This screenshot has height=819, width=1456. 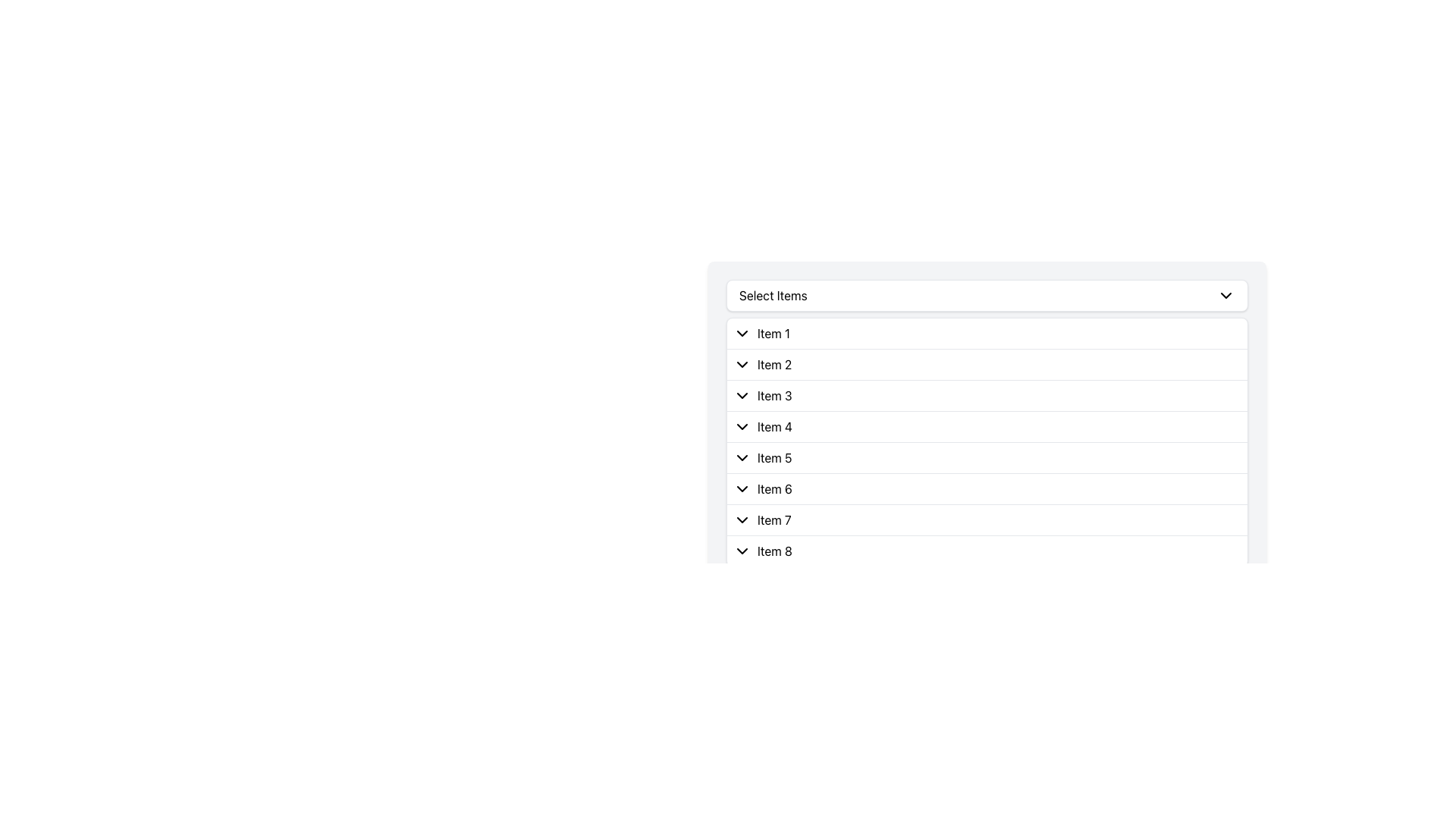 I want to click on the 'Item 6' text label within the dropdown list, so click(x=775, y=488).